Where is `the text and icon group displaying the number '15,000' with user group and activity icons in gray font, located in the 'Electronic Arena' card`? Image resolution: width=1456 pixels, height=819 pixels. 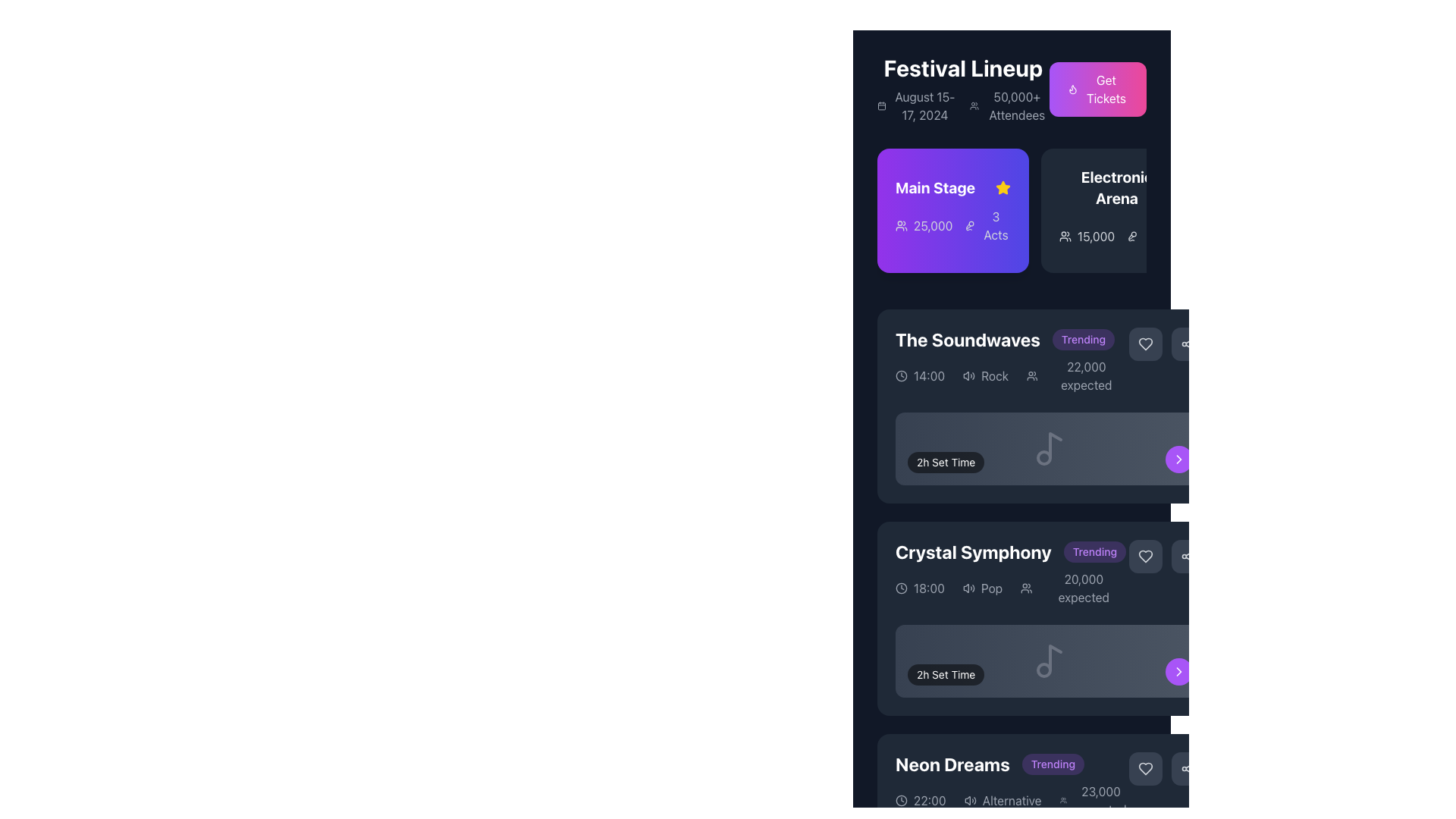
the text and icon group displaying the number '15,000' with user group and activity icons in gray font, located in the 'Electronic Arena' card is located at coordinates (1117, 237).